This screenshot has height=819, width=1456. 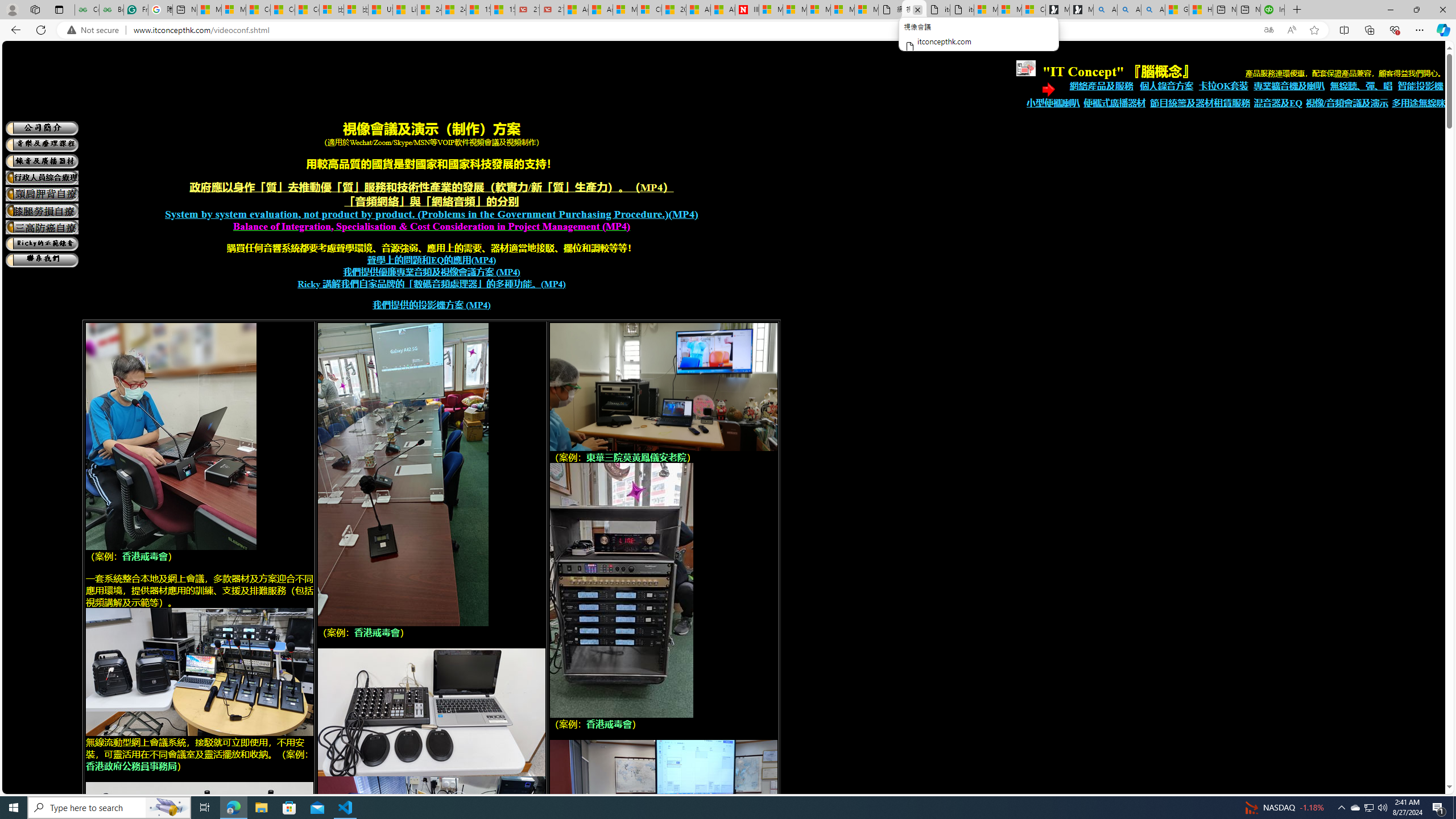 What do you see at coordinates (136, 9) in the screenshot?
I see `'Free AI Writing Assistance for Students | Grammarly'` at bounding box center [136, 9].